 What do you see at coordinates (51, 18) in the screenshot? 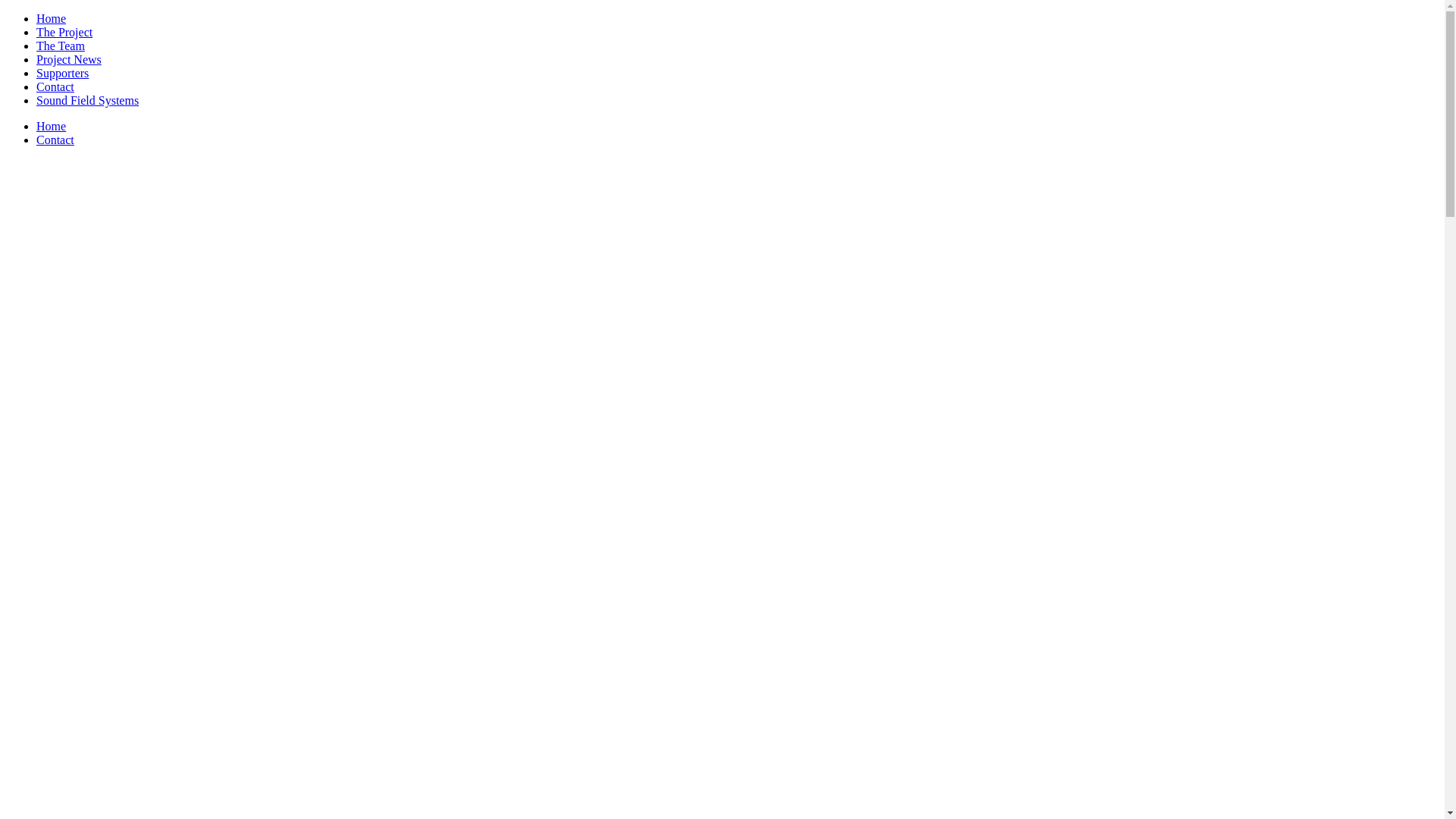
I see `'Home'` at bounding box center [51, 18].